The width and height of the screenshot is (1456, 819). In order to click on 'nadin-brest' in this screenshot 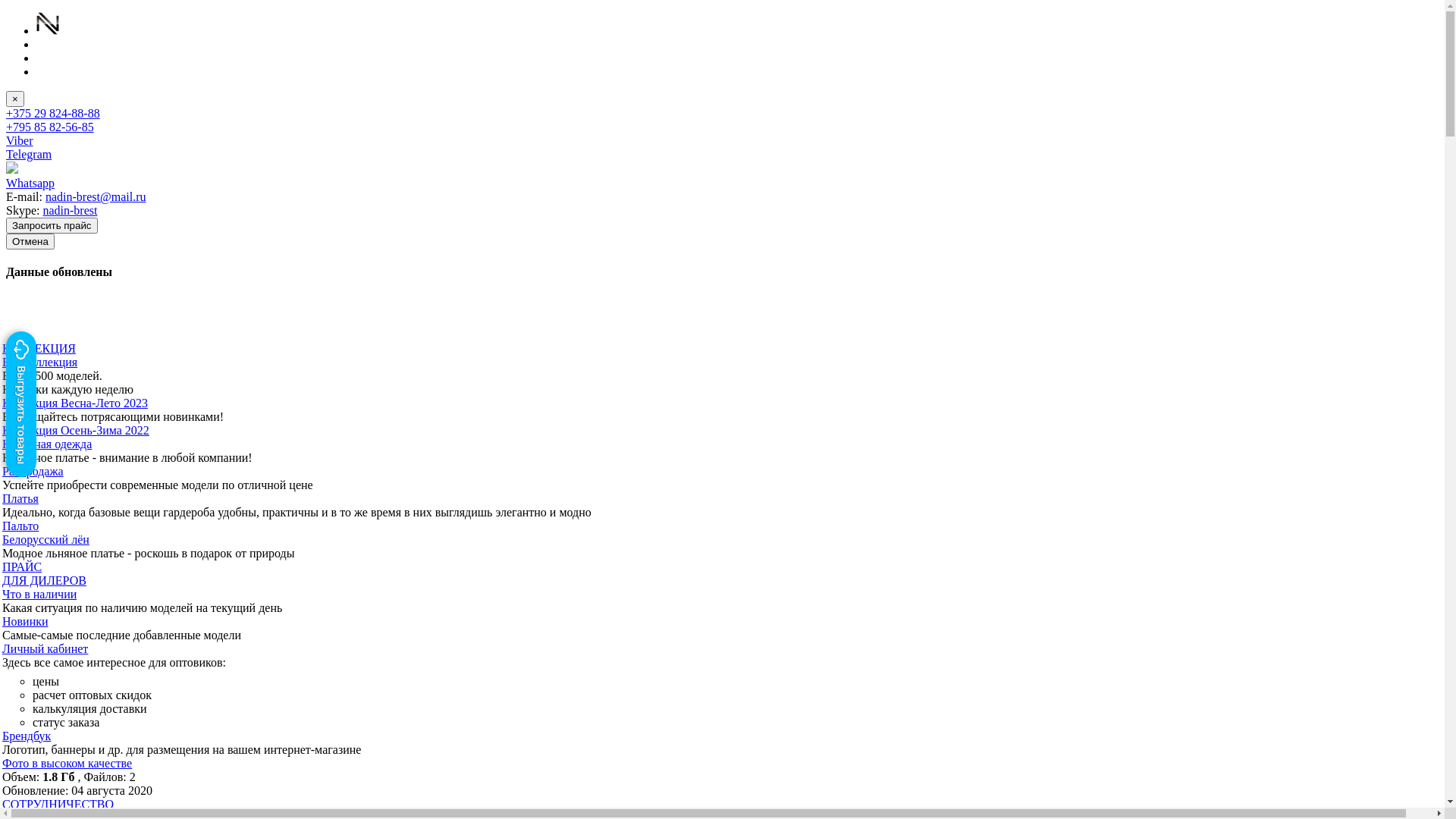, I will do `click(68, 210)`.